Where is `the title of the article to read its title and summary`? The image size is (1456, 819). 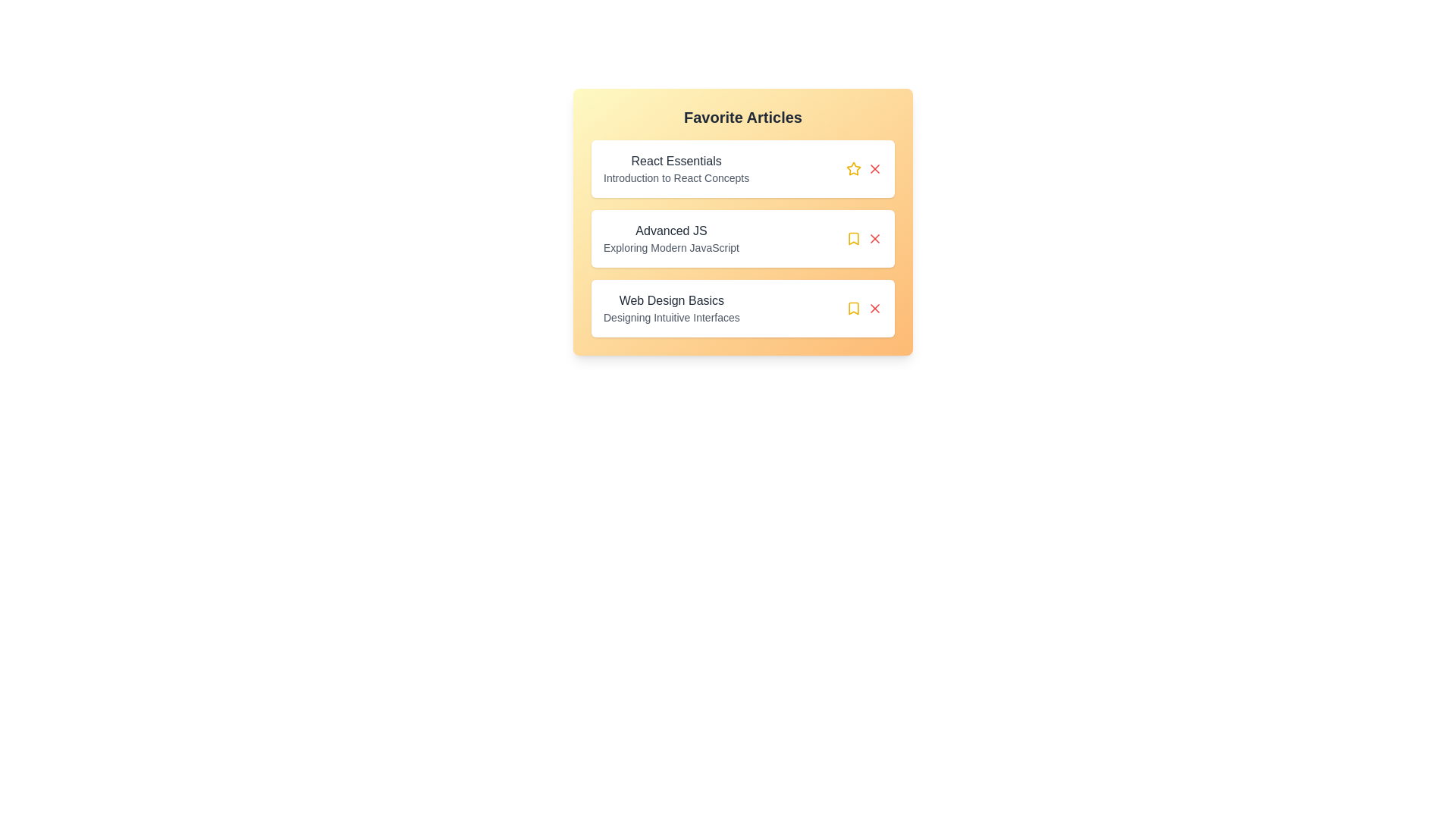 the title of the article to read its title and summary is located at coordinates (676, 161).